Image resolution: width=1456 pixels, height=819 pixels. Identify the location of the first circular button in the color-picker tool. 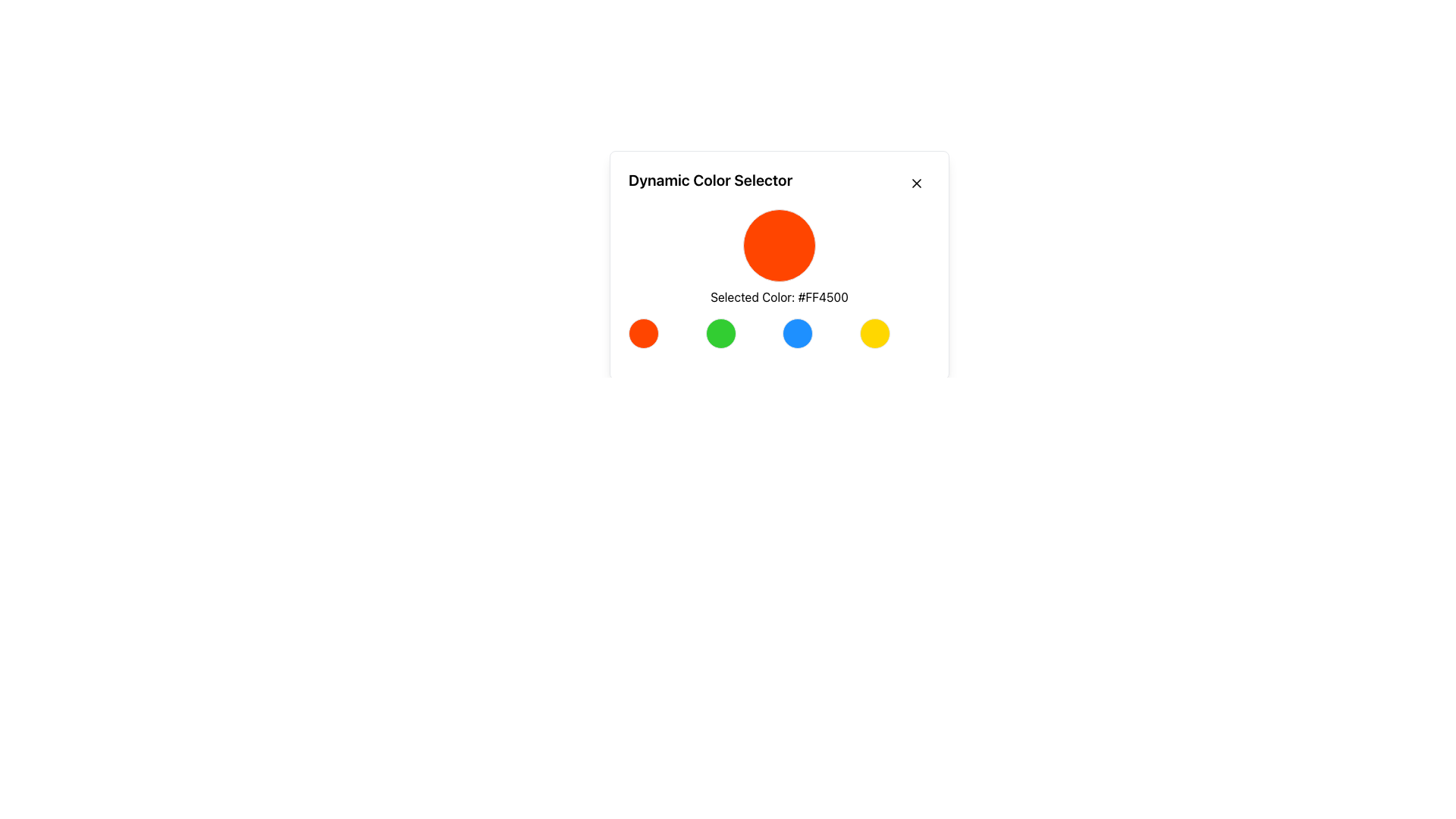
(644, 332).